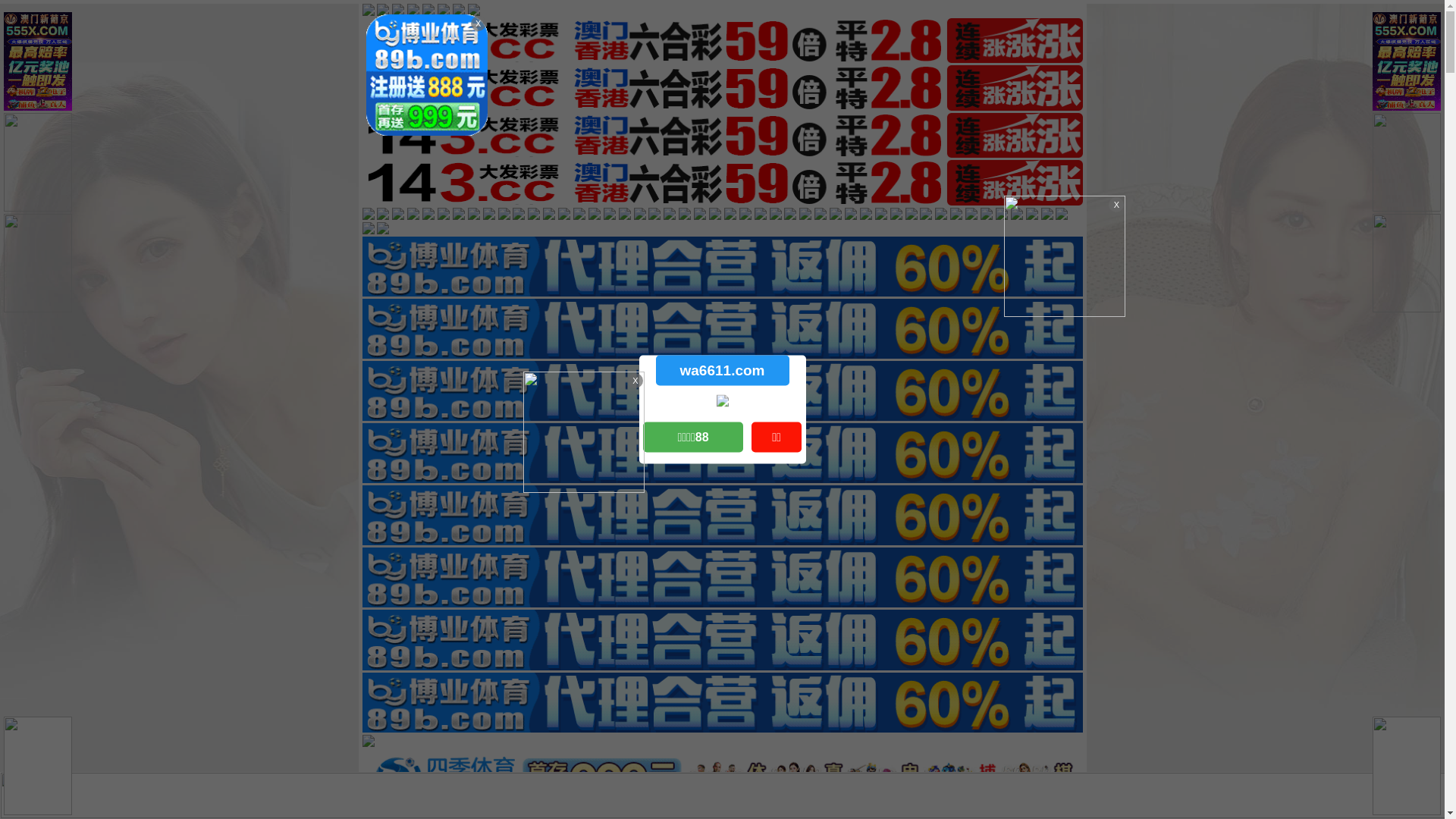 This screenshot has width=1456, height=819. Describe the element at coordinates (720, 370) in the screenshot. I see `'wa6611.com'` at that location.